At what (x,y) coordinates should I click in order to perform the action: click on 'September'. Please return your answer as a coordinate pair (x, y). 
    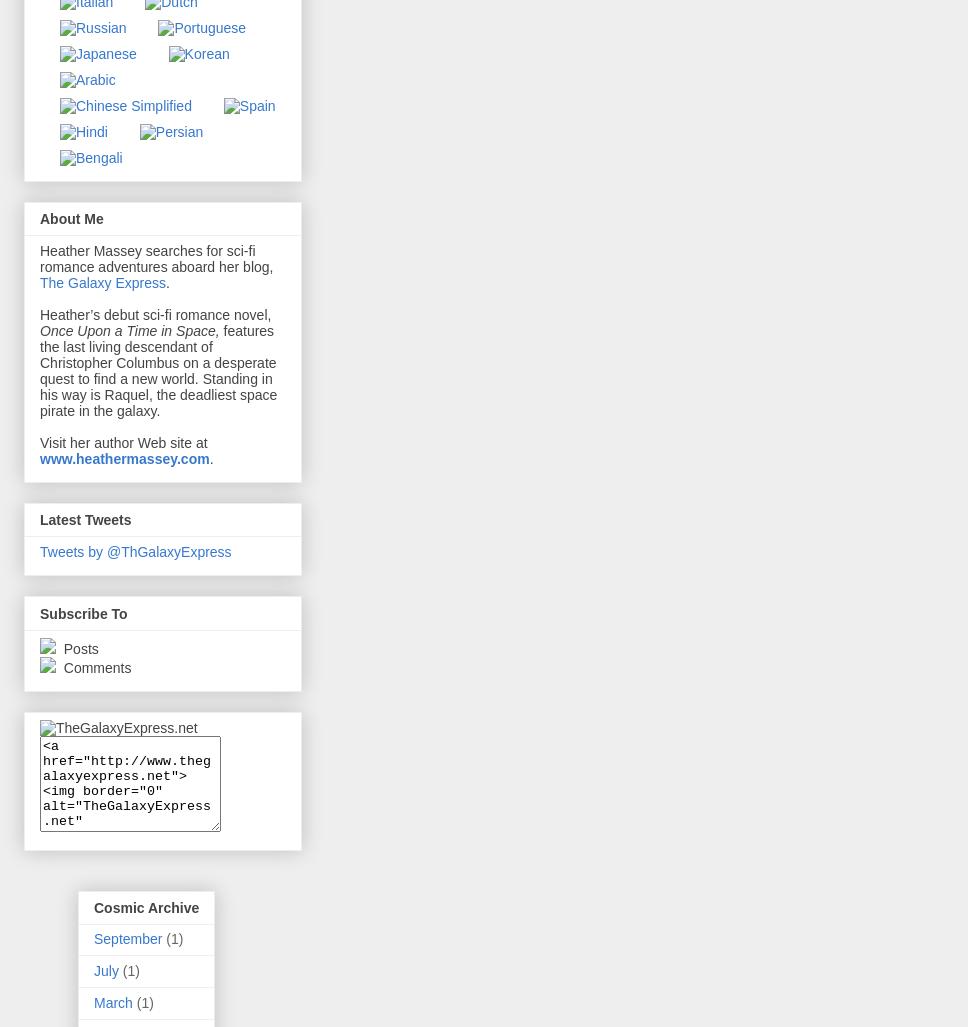
    Looking at the image, I should click on (126, 938).